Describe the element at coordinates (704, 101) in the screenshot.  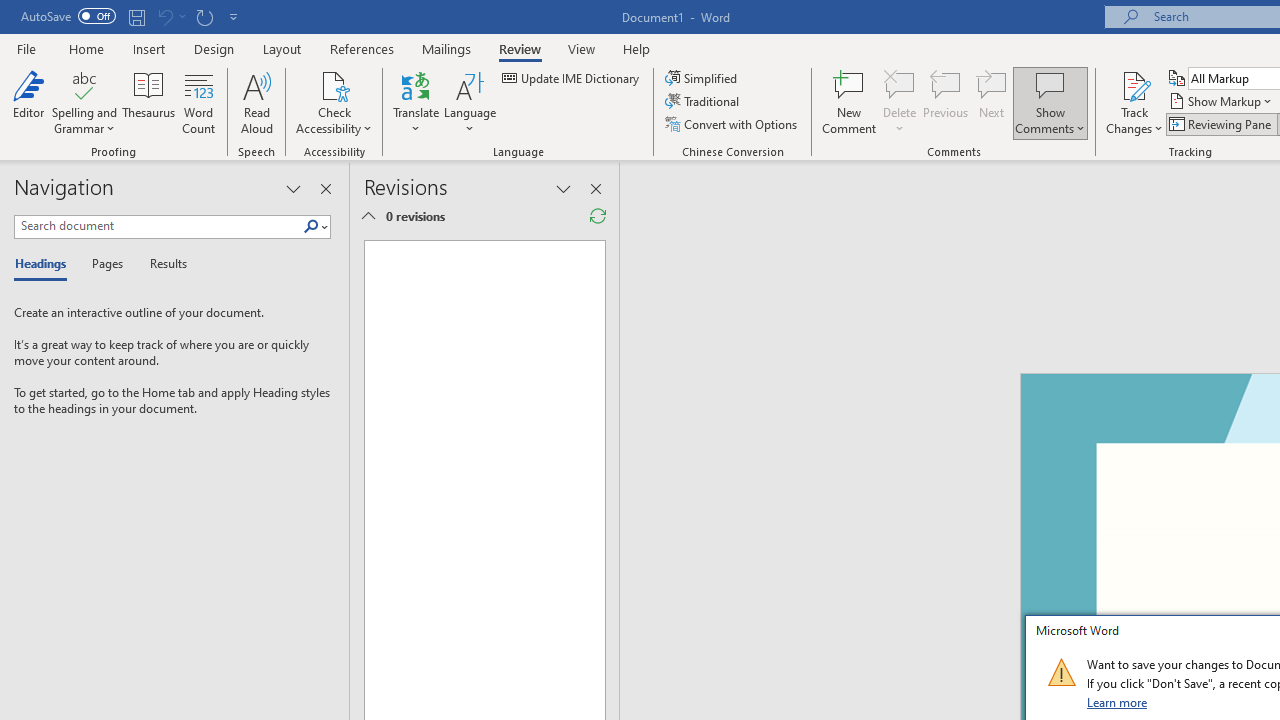
I see `'Traditional'` at that location.